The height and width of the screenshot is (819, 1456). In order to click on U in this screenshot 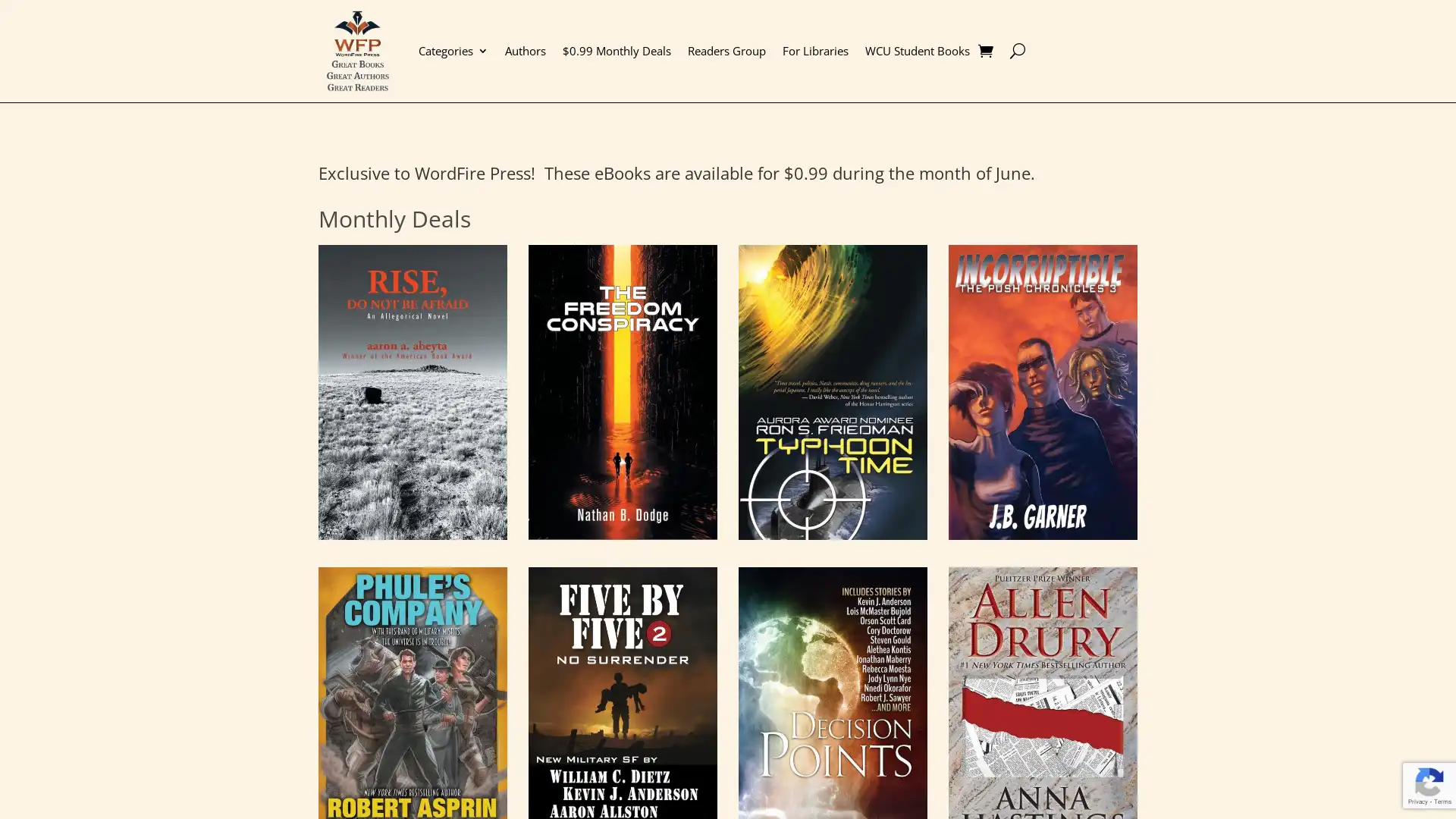, I will do `click(1016, 49)`.